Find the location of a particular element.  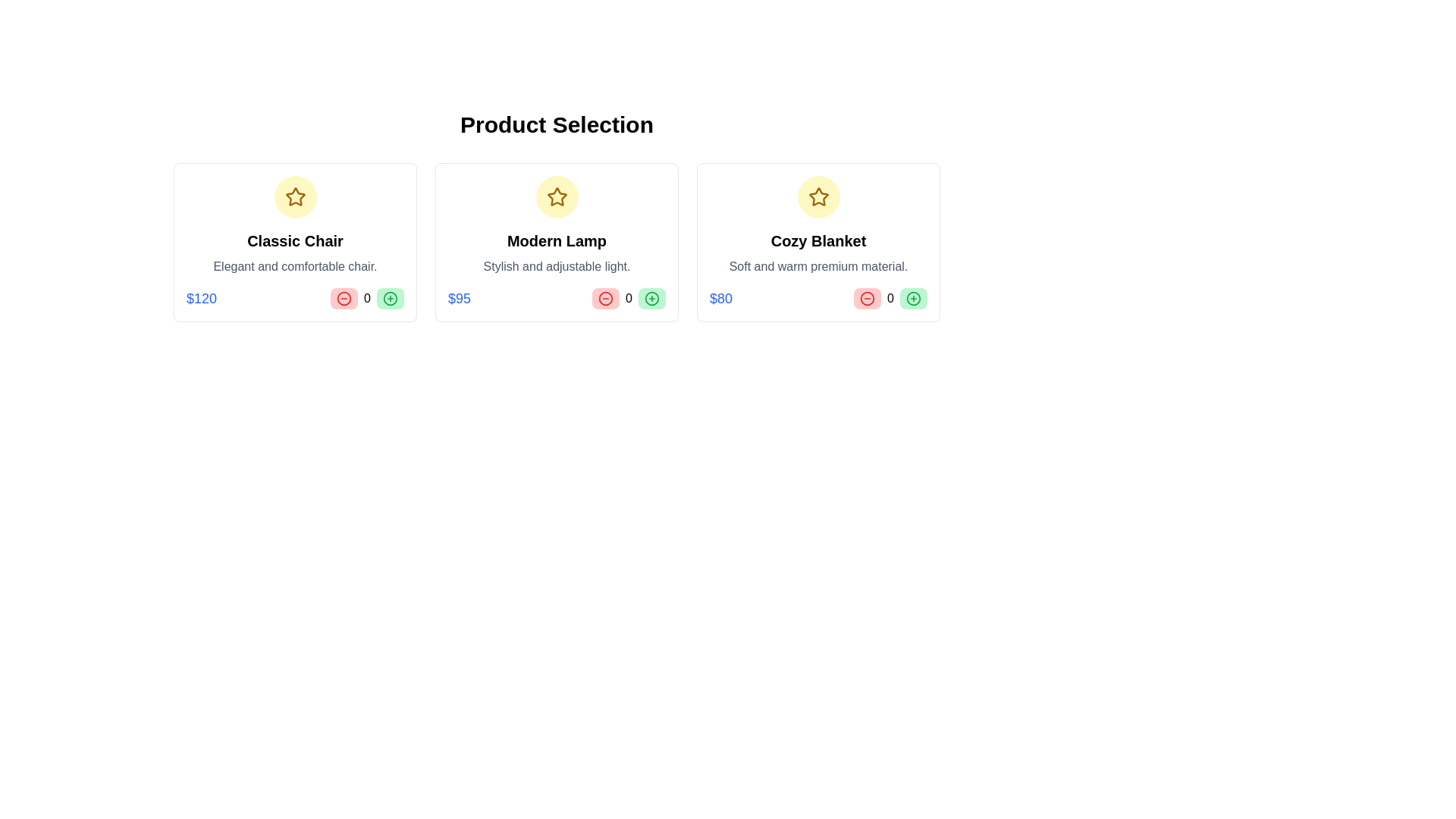

the circular SVG element representing an icon within the 'Modern Lamp' product card, located at the bottom-right corner is located at coordinates (651, 298).